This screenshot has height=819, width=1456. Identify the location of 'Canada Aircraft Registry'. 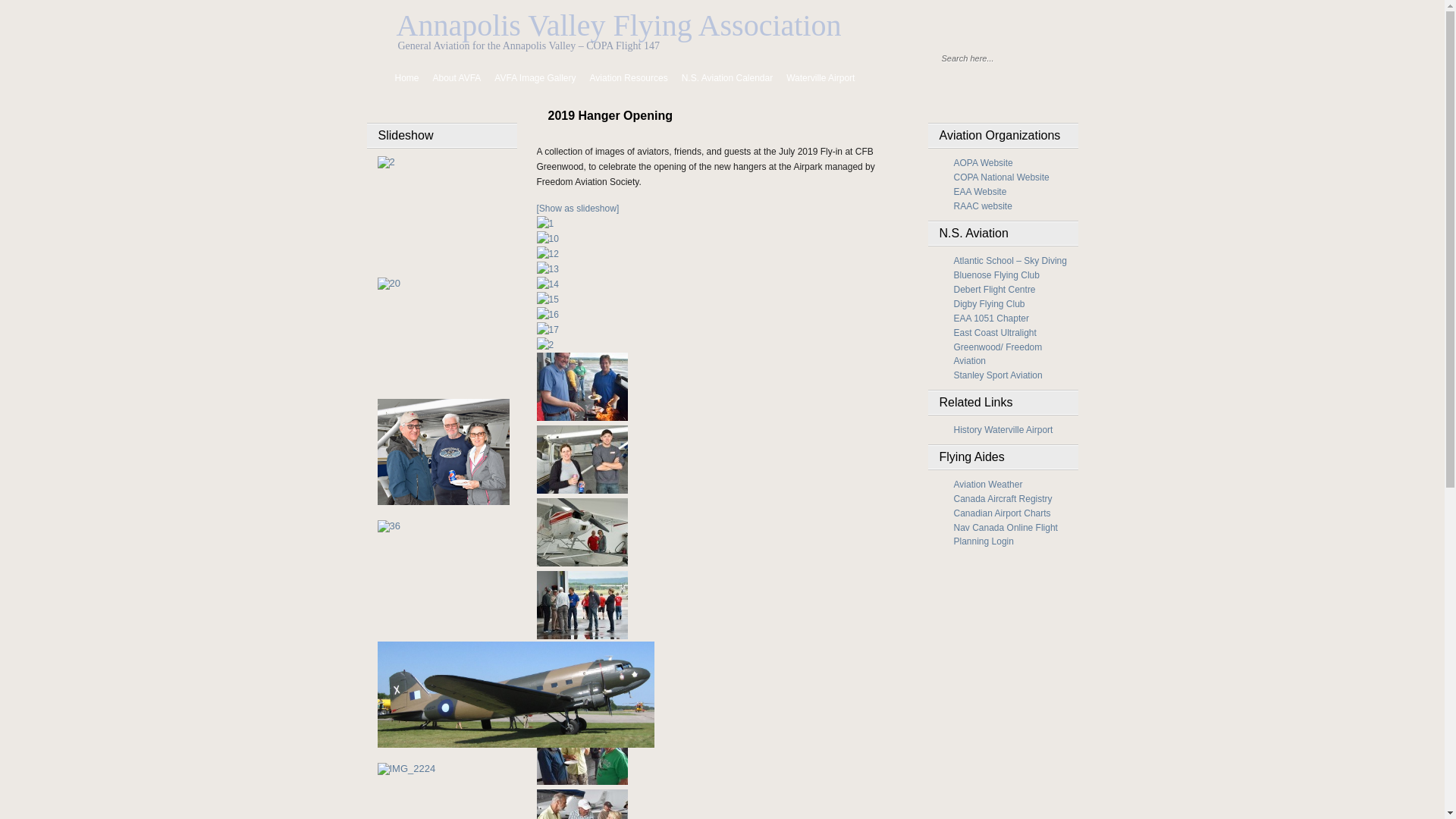
(952, 499).